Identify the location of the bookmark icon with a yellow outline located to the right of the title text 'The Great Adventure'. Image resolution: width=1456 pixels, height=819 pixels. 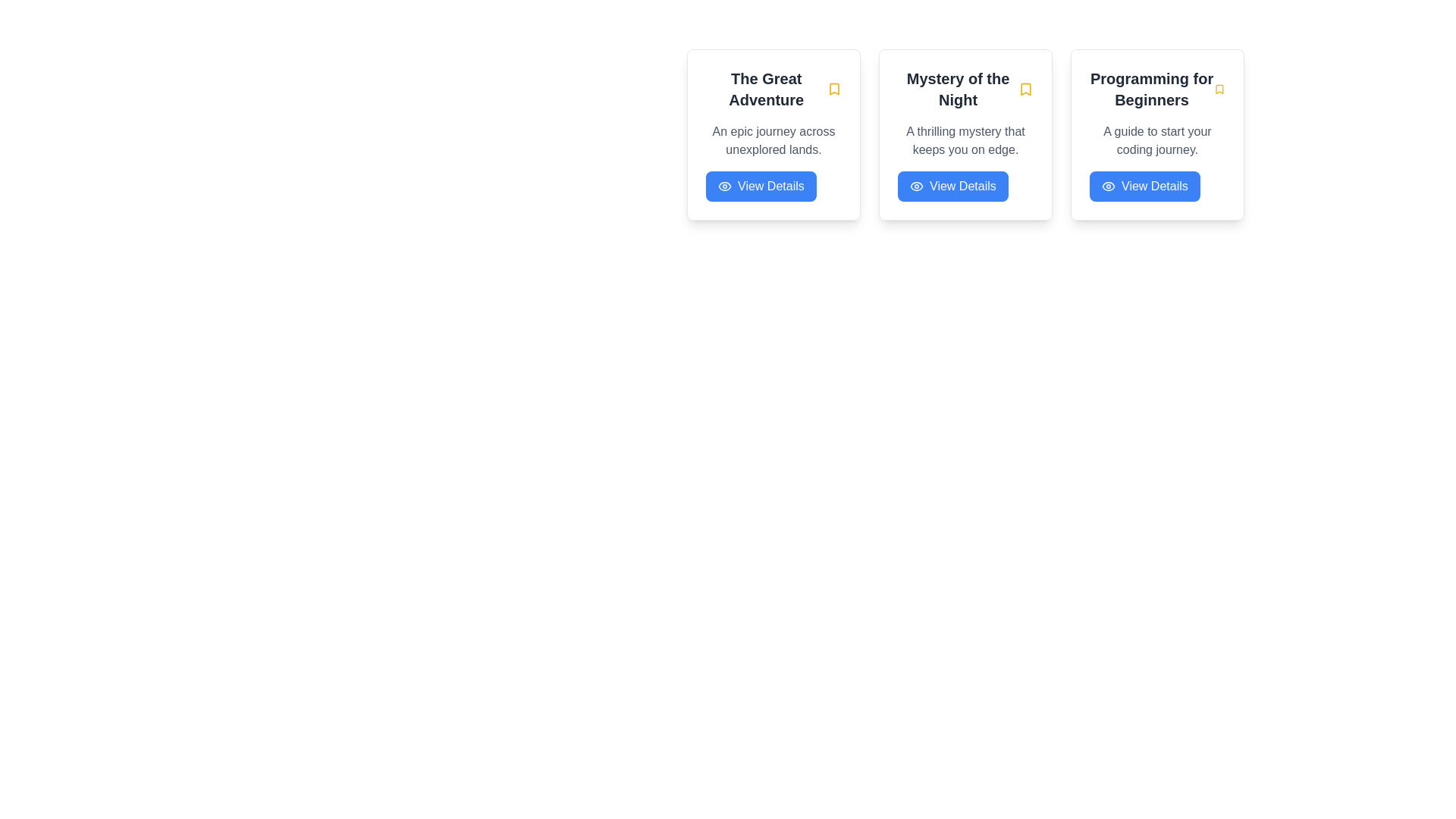
(833, 89).